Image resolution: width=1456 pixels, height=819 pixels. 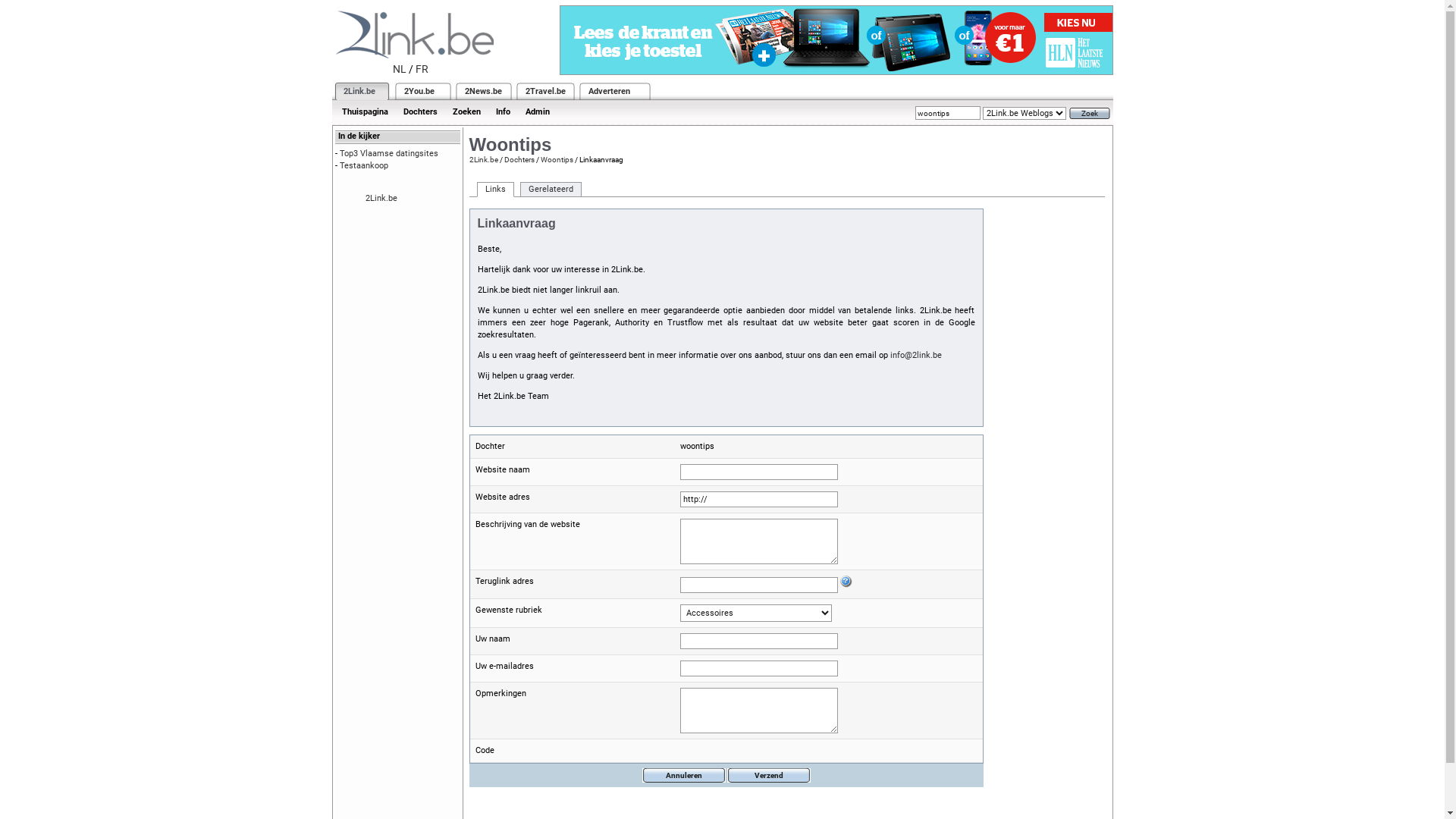 I want to click on 'Info', so click(x=503, y=111).